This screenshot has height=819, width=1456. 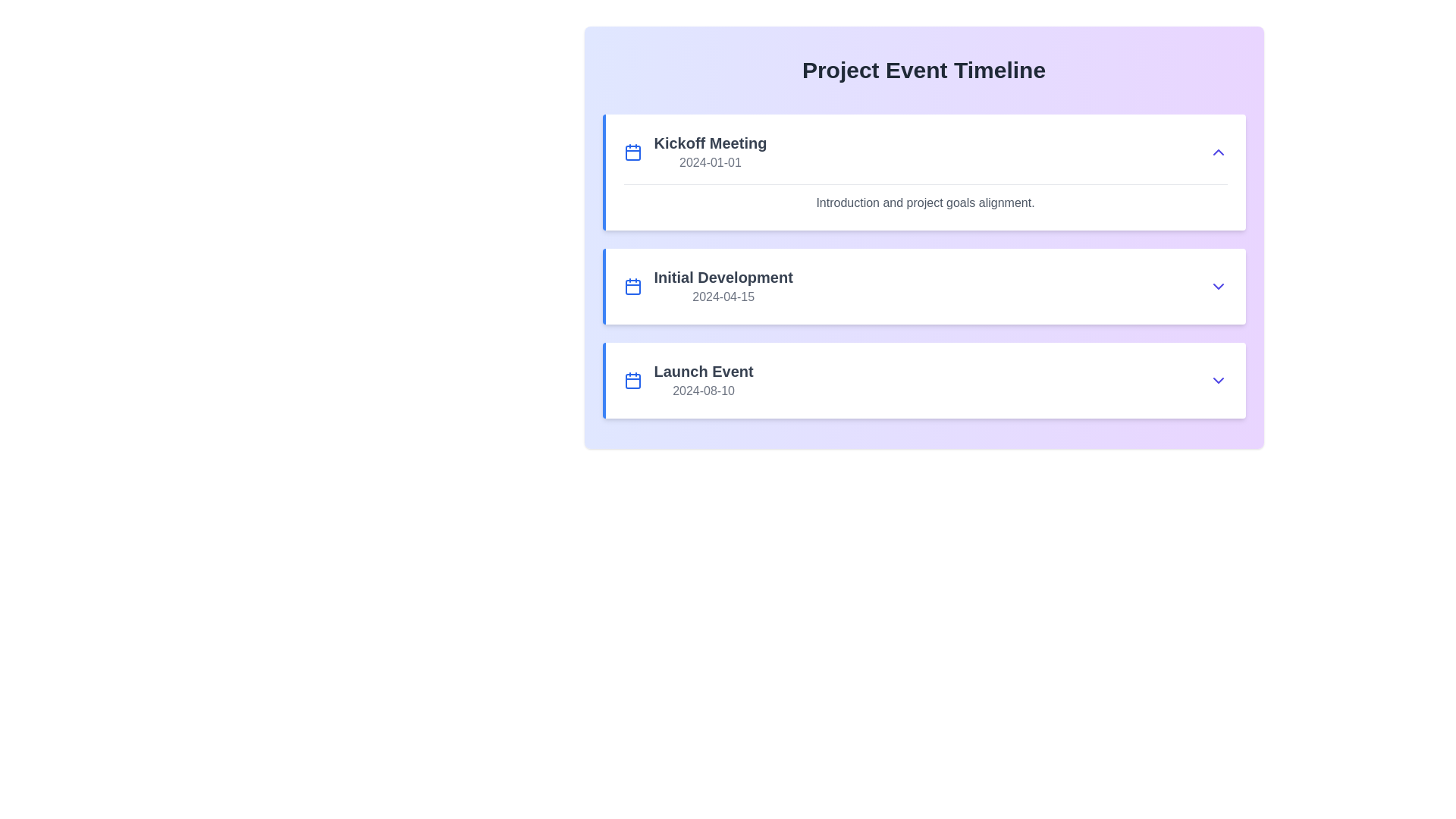 I want to click on the toggle button (chevron) located at the lower right of the 'Launch Event' row, so click(x=1218, y=379).